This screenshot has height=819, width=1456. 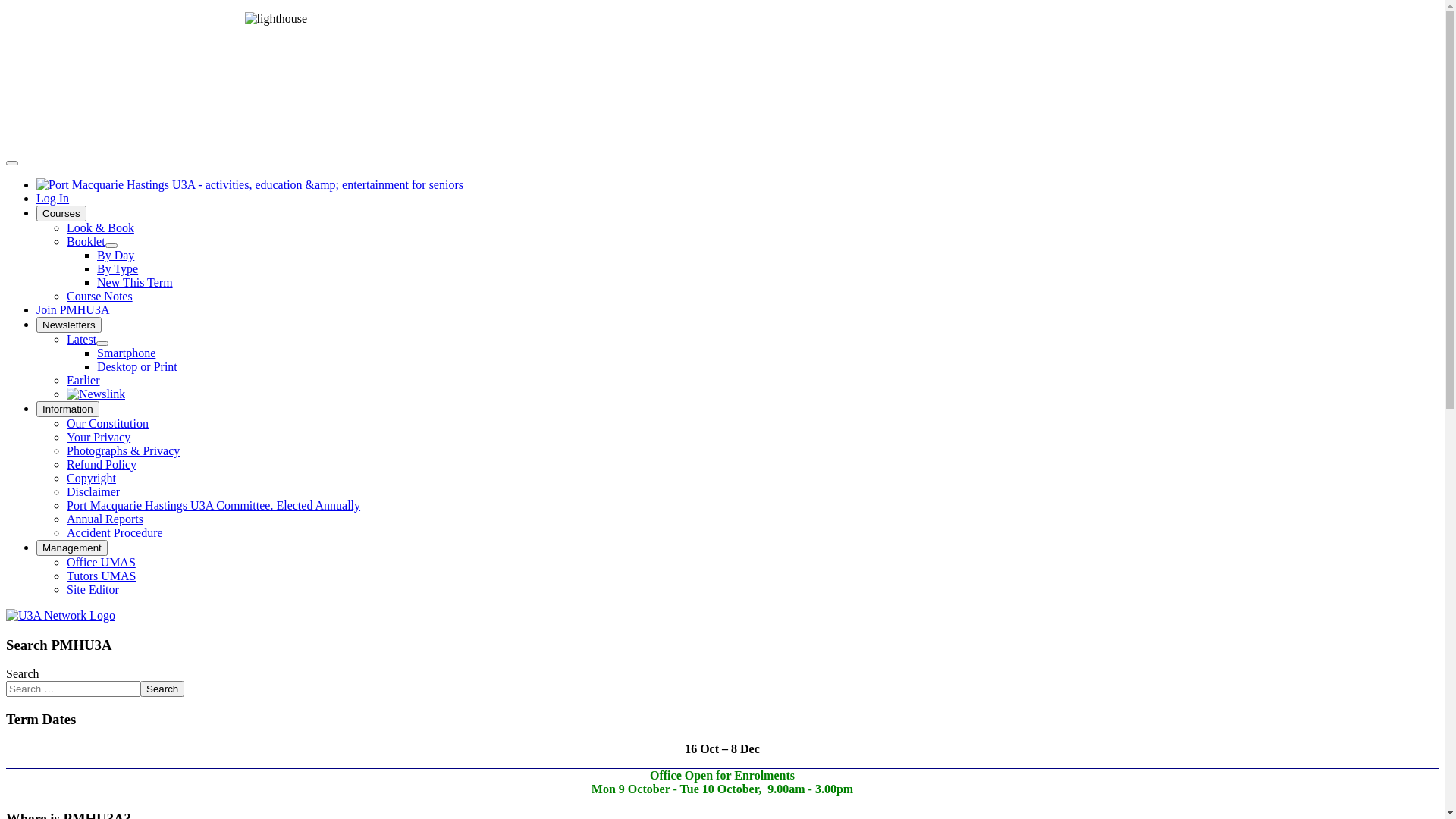 I want to click on 'Log In', so click(x=52, y=197).